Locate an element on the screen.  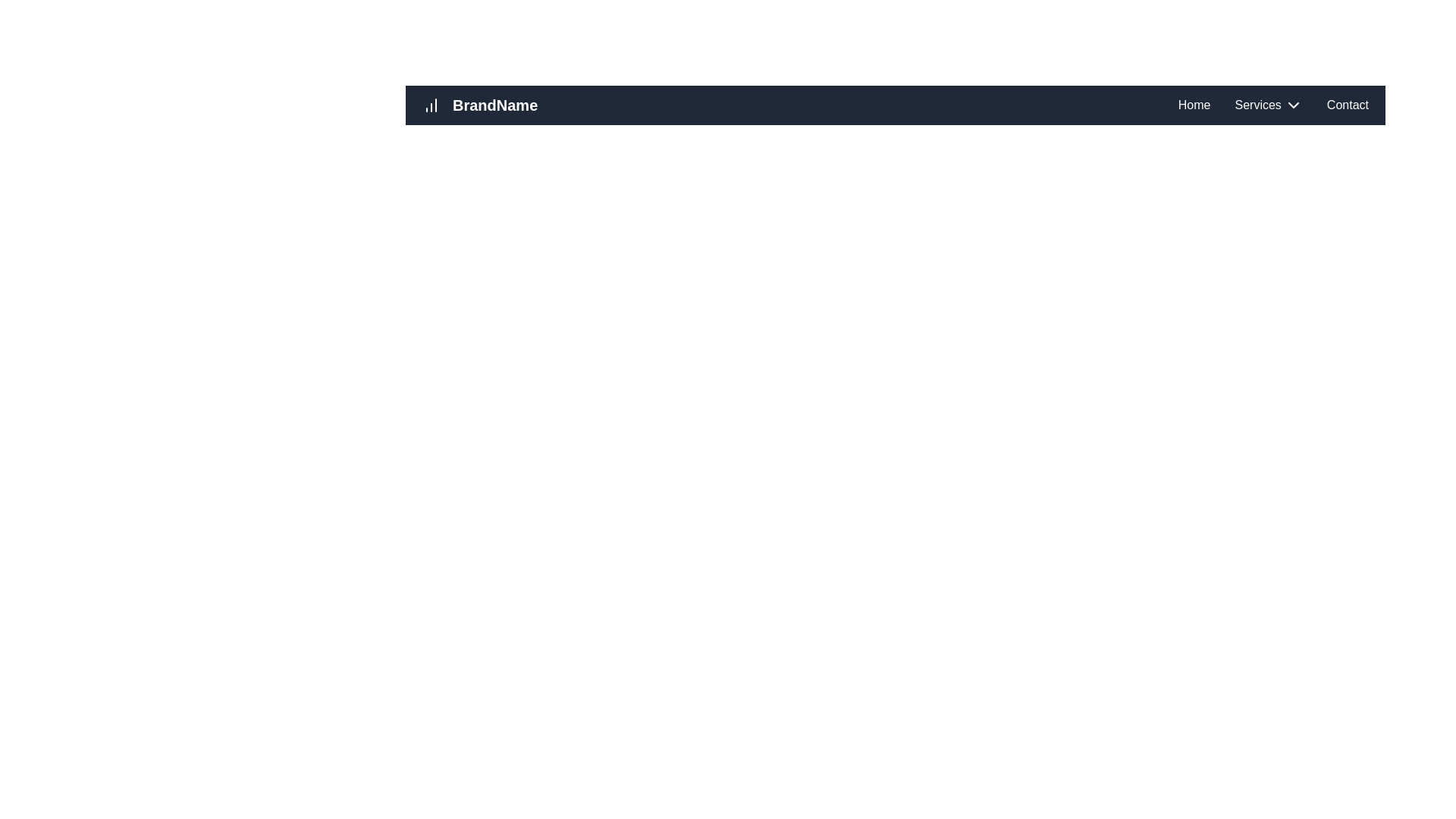
the 'Home' button on the top-right navigation bar is located at coordinates (1194, 104).